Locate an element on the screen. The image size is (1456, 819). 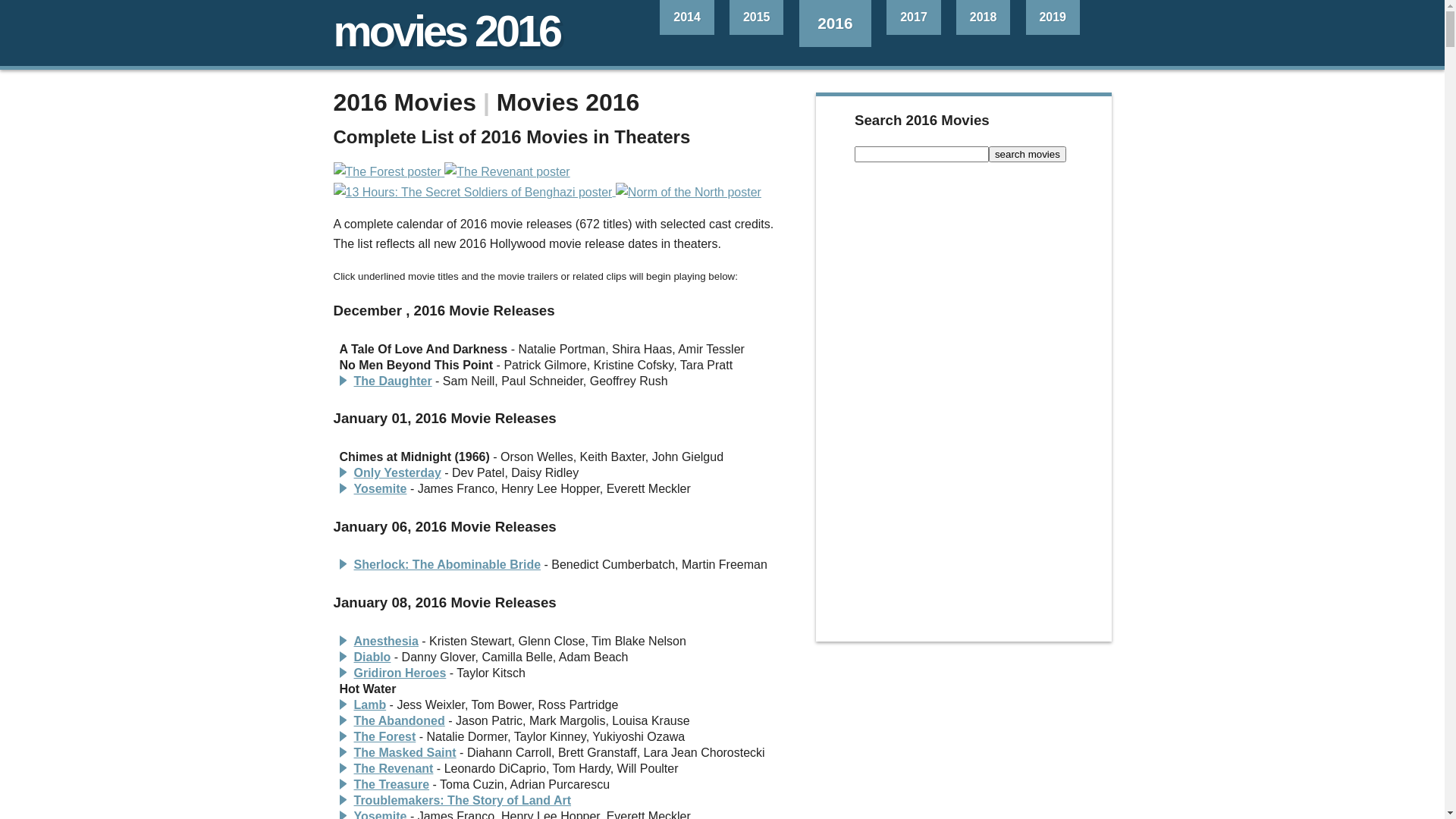
'search movies' is located at coordinates (1027, 154).